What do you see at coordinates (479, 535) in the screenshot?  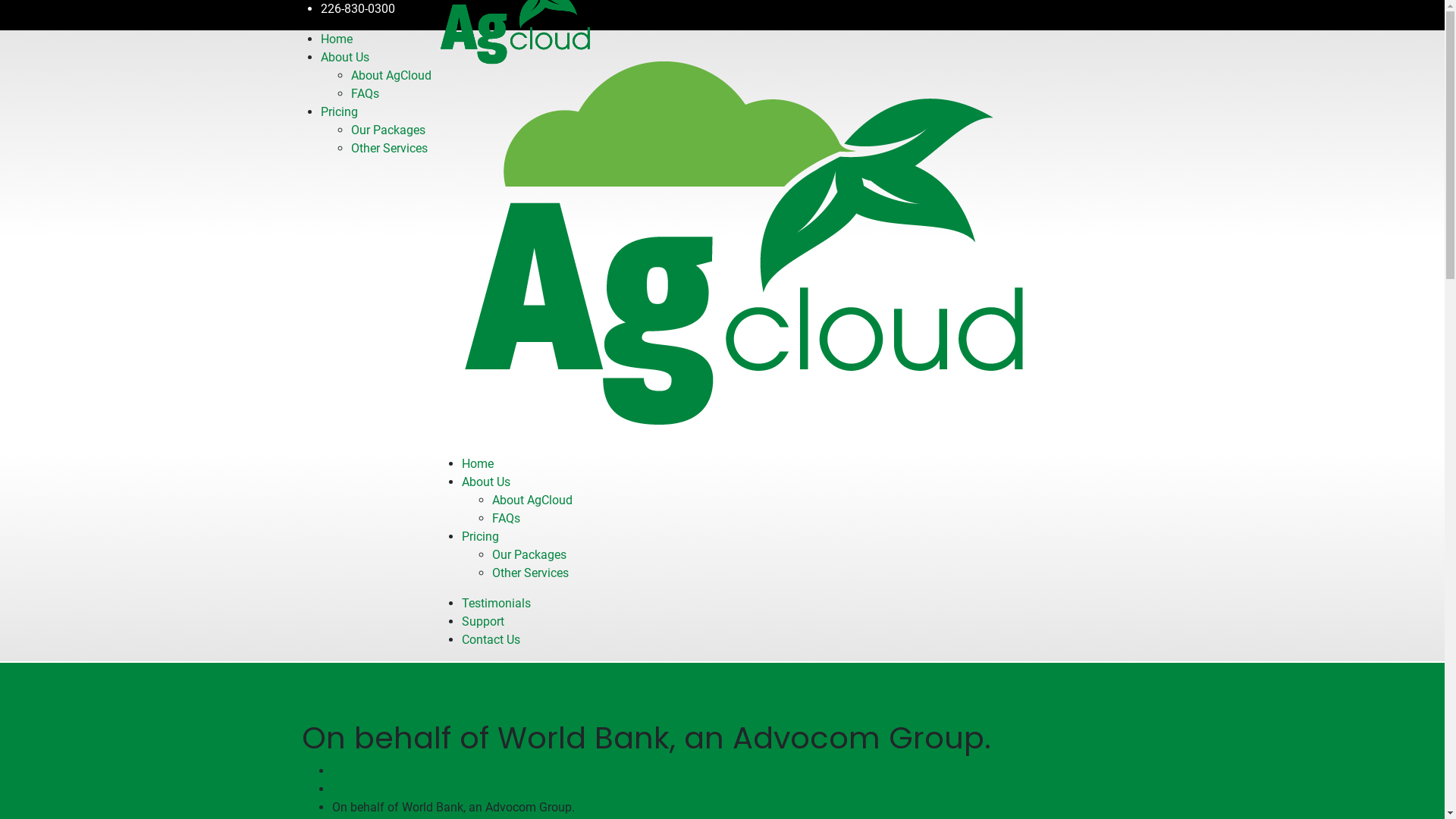 I see `'Pricing'` at bounding box center [479, 535].